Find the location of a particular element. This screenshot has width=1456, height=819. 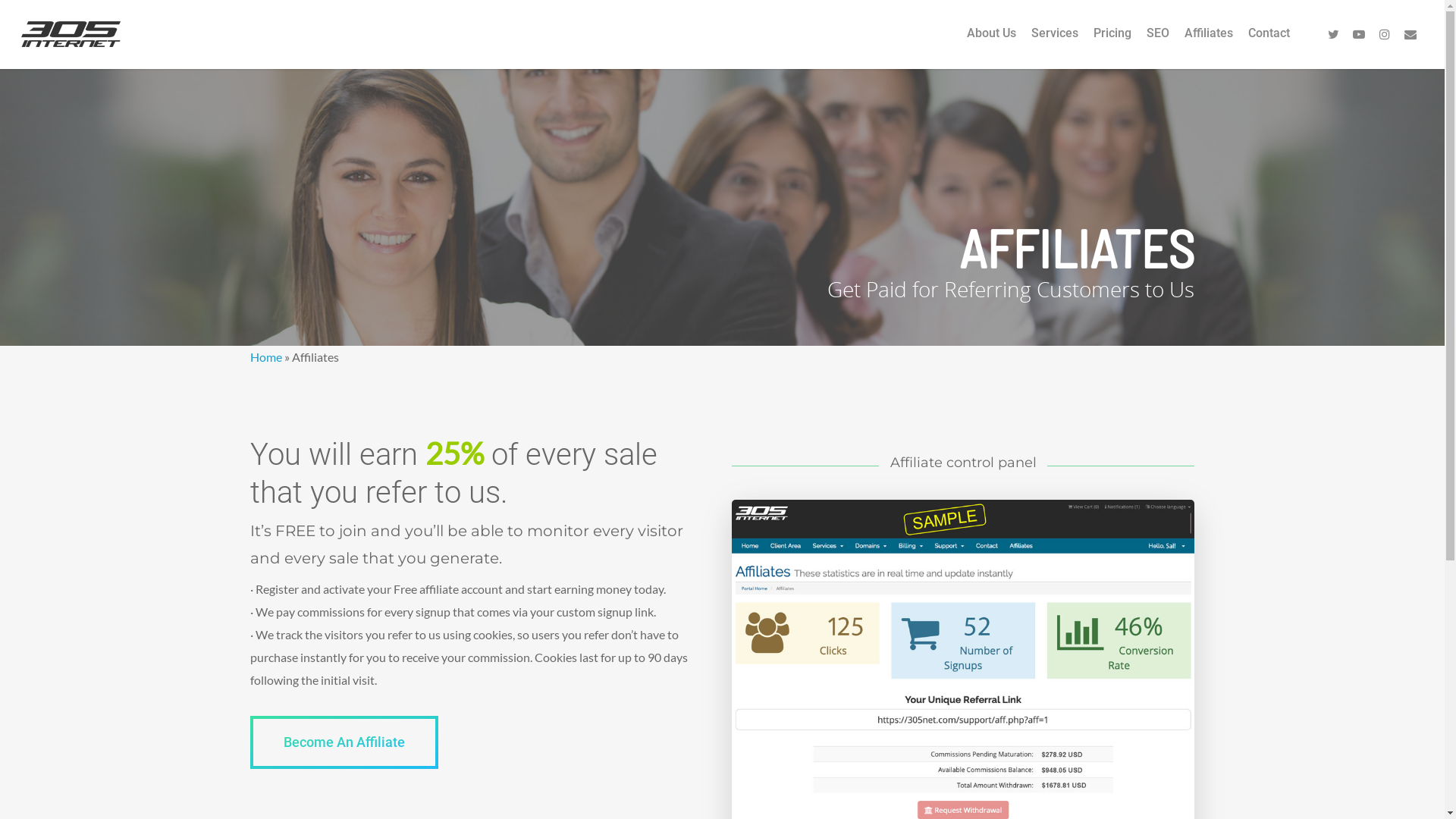

'Affiliates' is located at coordinates (1207, 42).